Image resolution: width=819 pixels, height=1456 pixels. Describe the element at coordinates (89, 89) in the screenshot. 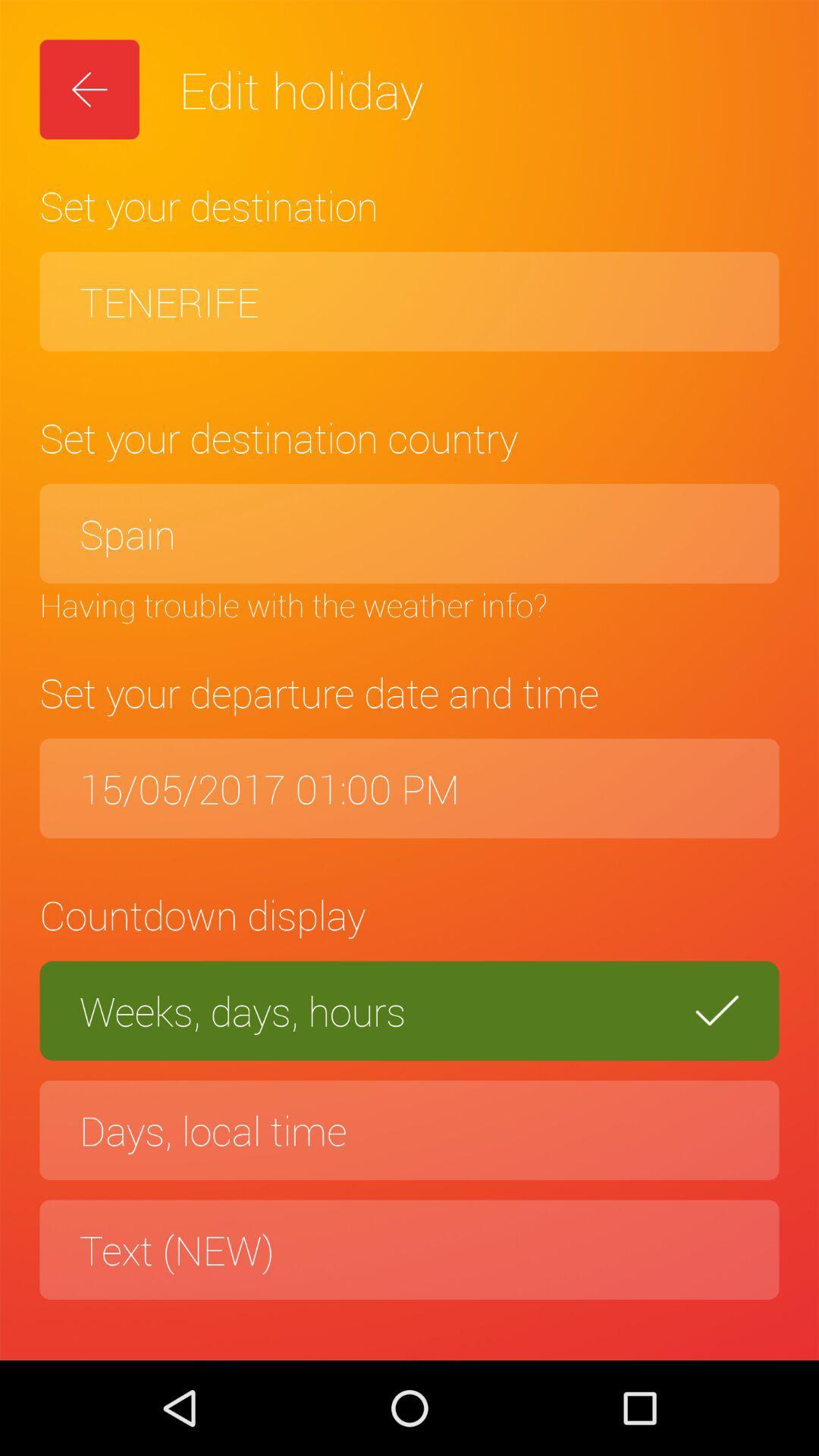

I see `the item next to the edit holiday icon` at that location.